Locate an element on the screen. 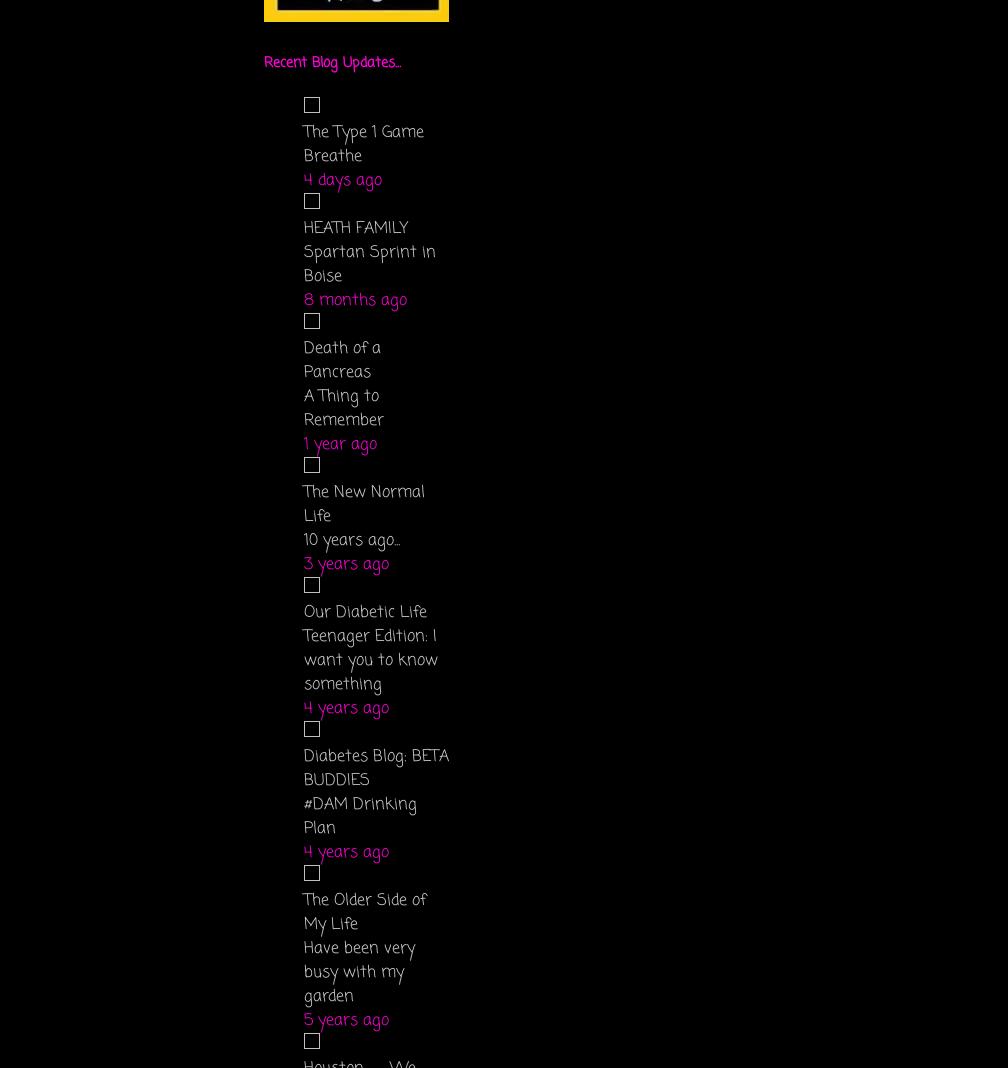 This screenshot has height=1068, width=1008. 'Spartan Sprint in Boise' is located at coordinates (304, 264).